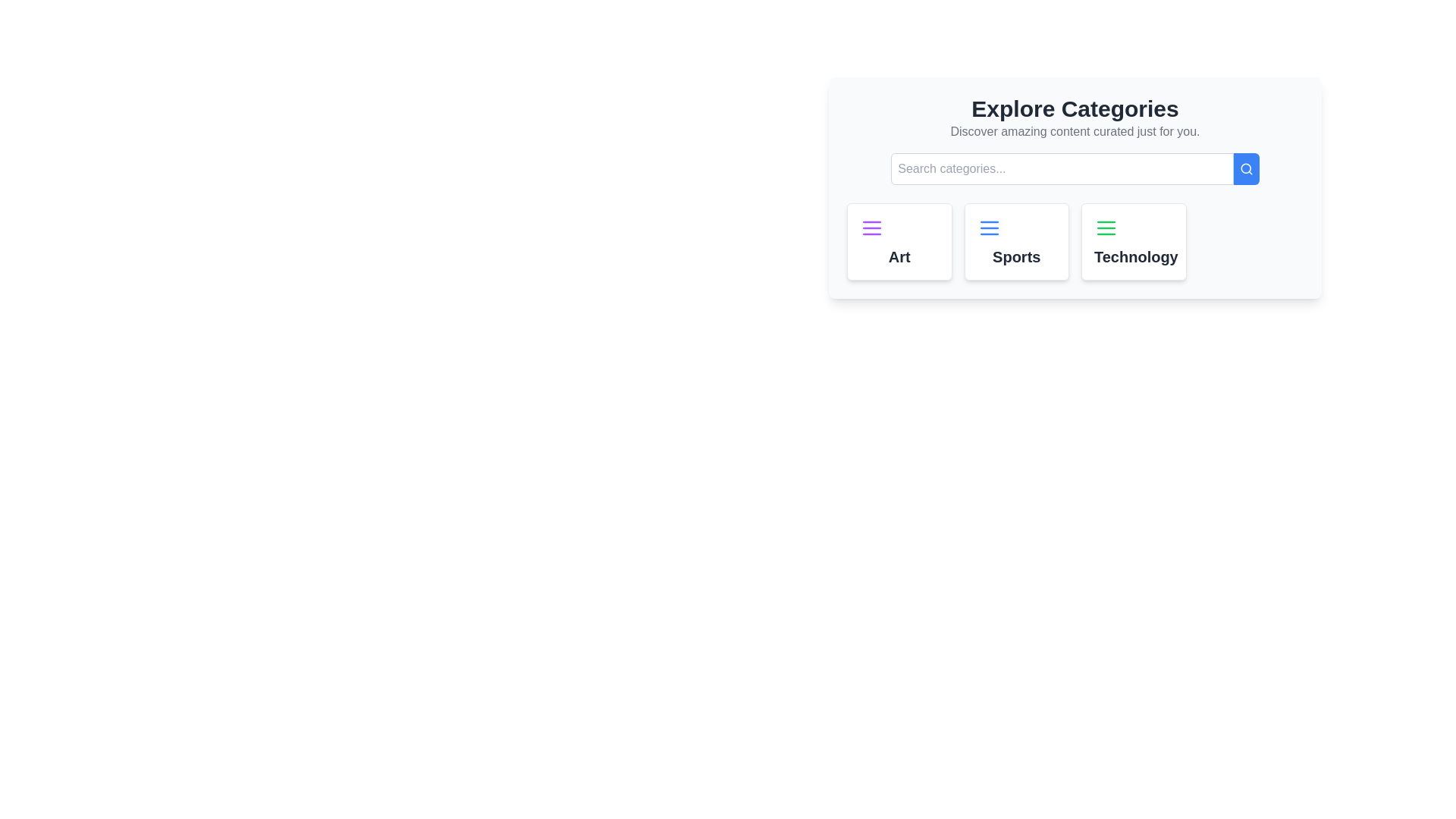 This screenshot has height=819, width=1456. Describe the element at coordinates (1246, 169) in the screenshot. I see `the blue search button with a white magnifying glass icon to initiate a search` at that location.